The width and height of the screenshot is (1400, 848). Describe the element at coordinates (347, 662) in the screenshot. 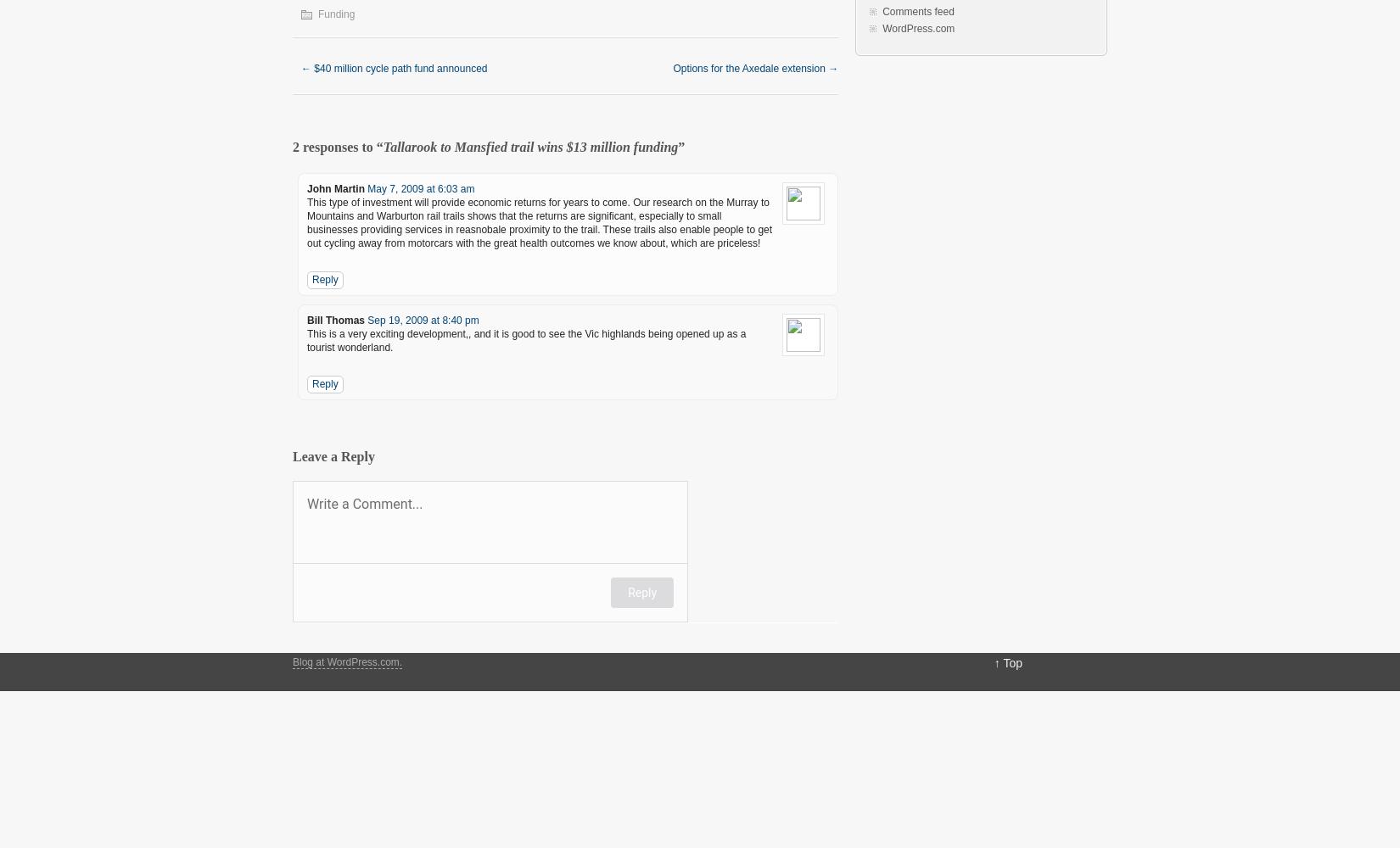

I see `'Blog at WordPress.com.'` at that location.